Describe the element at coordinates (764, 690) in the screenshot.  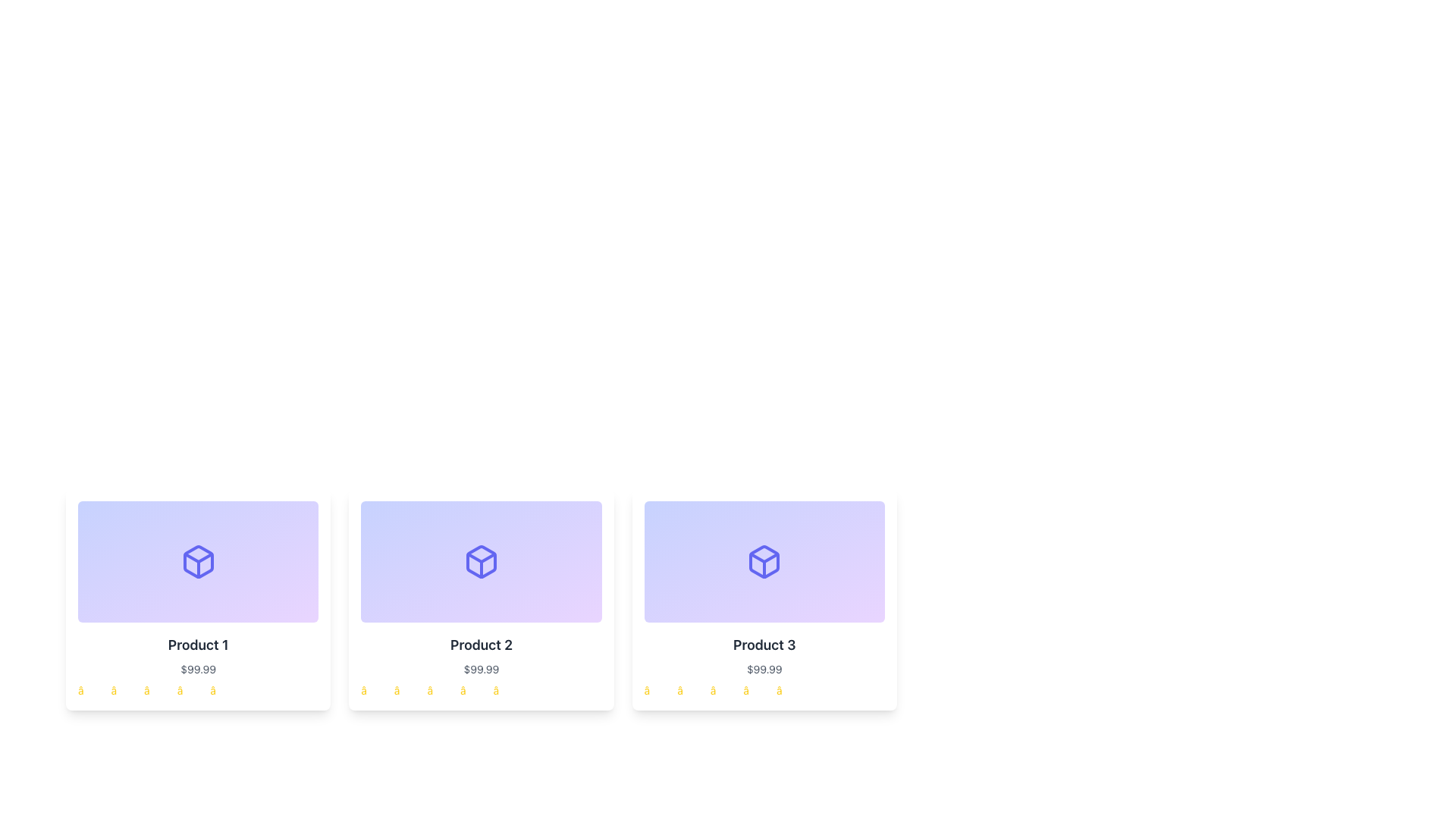
I see `a star in the rating section of the 'Product 3' card to indicate your product rating` at that location.